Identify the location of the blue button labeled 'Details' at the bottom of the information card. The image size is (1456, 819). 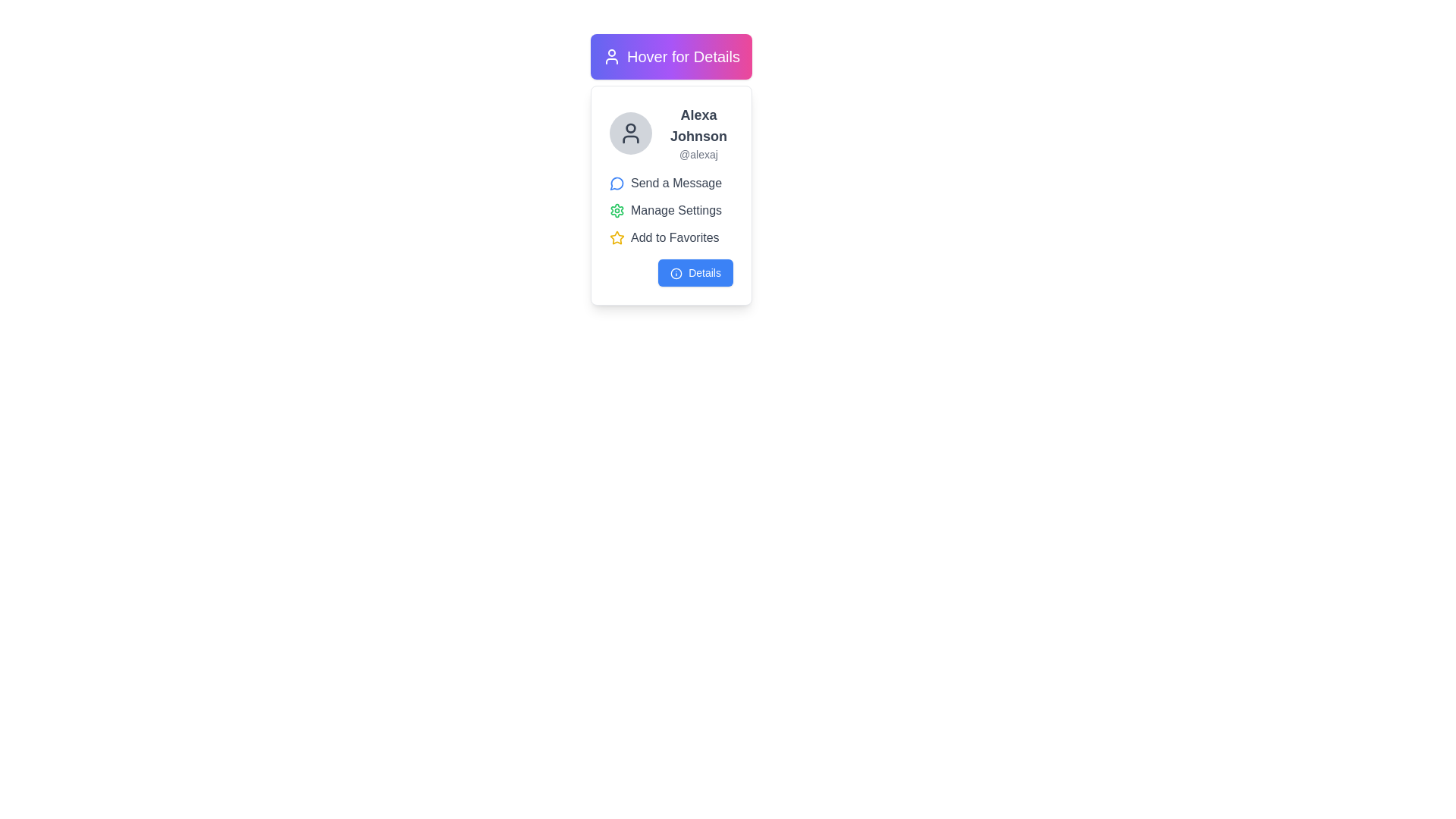
(670, 271).